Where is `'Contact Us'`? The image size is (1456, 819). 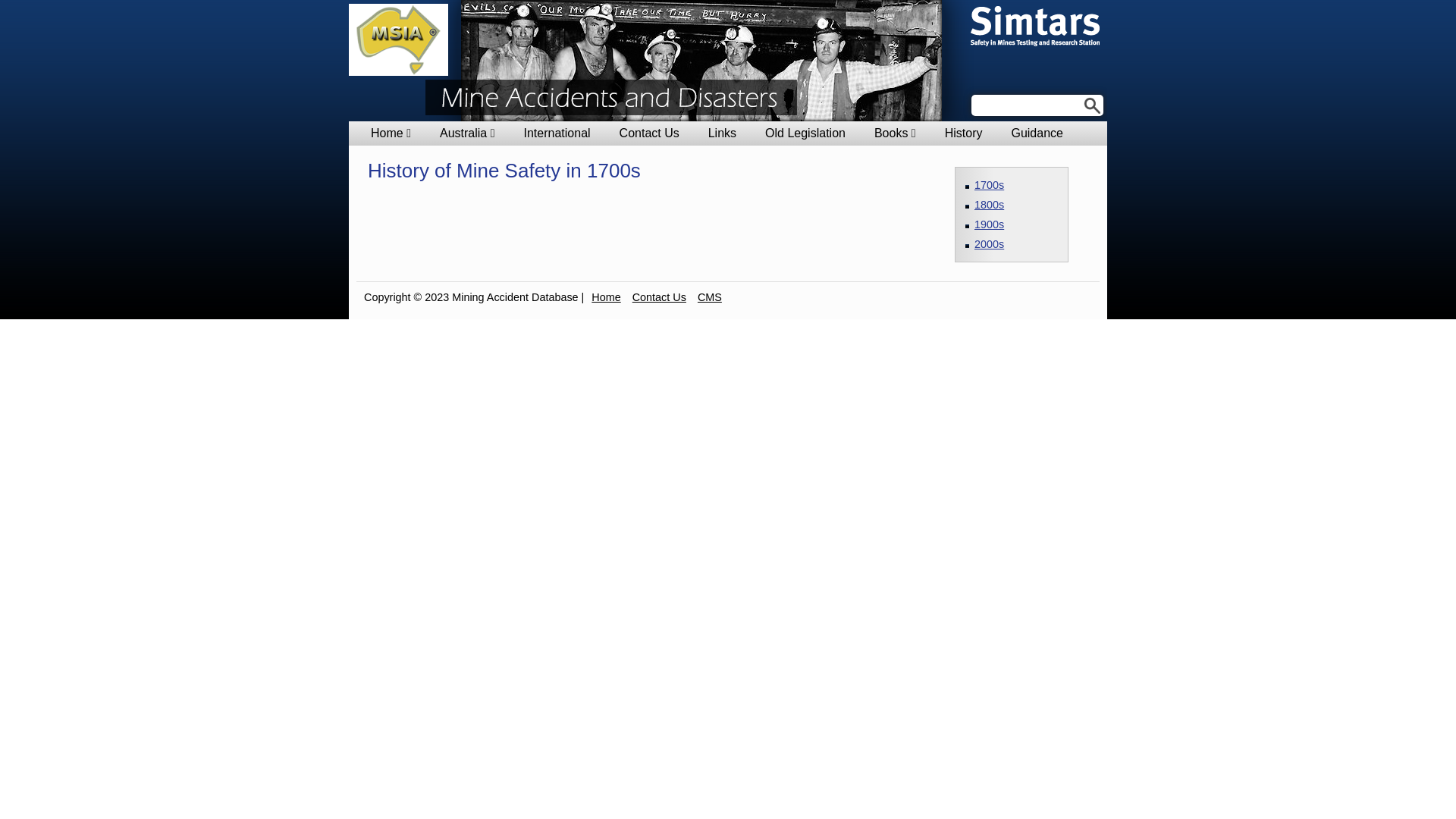 'Contact Us' is located at coordinates (659, 297).